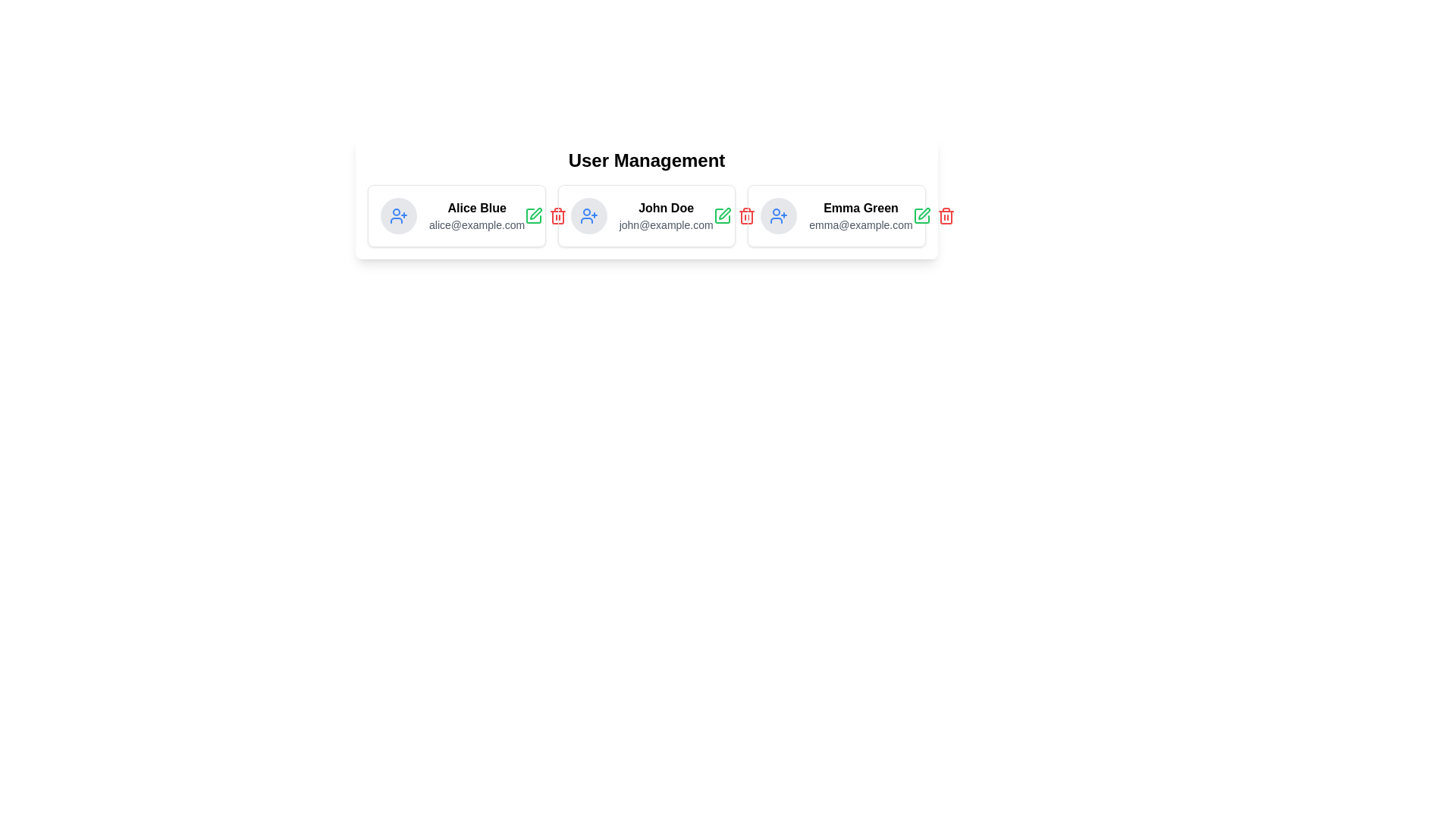 The height and width of the screenshot is (819, 1456). I want to click on the green edit (pen) icon located next to 'emma@example.com' under the 'User Management' section, so click(921, 216).